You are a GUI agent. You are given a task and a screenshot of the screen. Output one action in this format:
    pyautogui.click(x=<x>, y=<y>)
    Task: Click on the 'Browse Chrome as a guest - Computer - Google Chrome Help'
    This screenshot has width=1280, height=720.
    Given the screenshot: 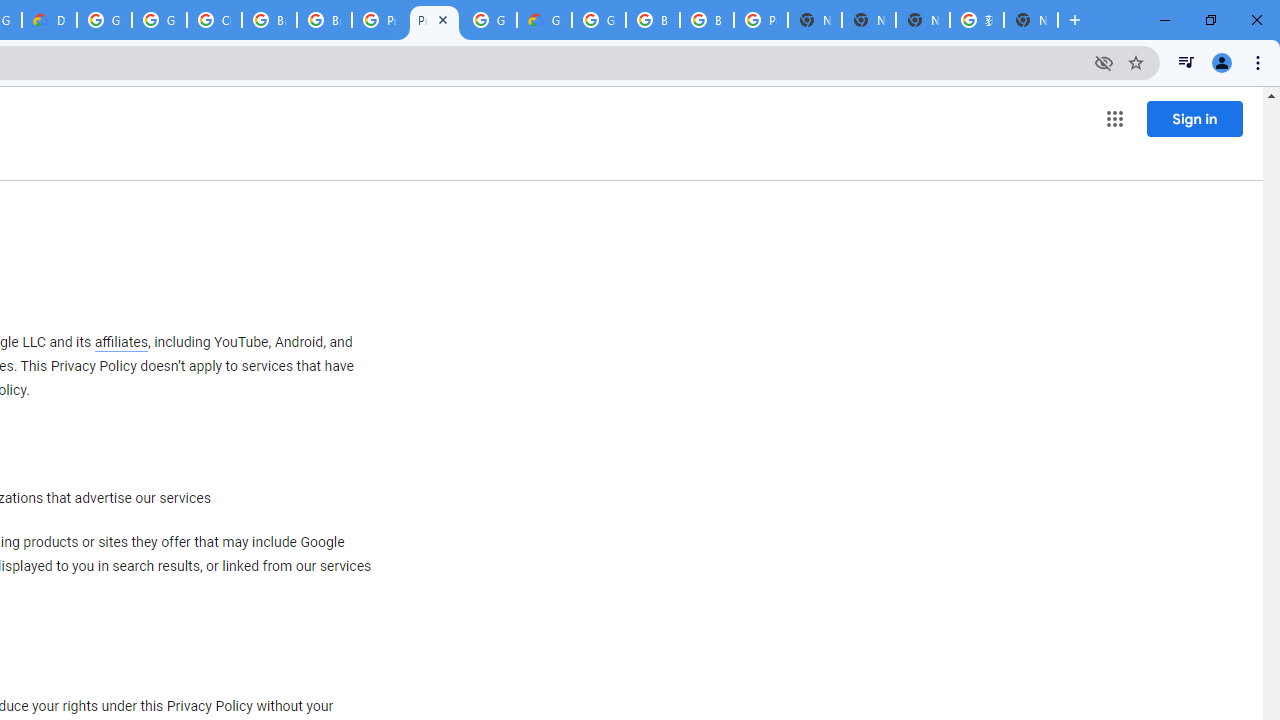 What is the action you would take?
    pyautogui.click(x=268, y=20)
    